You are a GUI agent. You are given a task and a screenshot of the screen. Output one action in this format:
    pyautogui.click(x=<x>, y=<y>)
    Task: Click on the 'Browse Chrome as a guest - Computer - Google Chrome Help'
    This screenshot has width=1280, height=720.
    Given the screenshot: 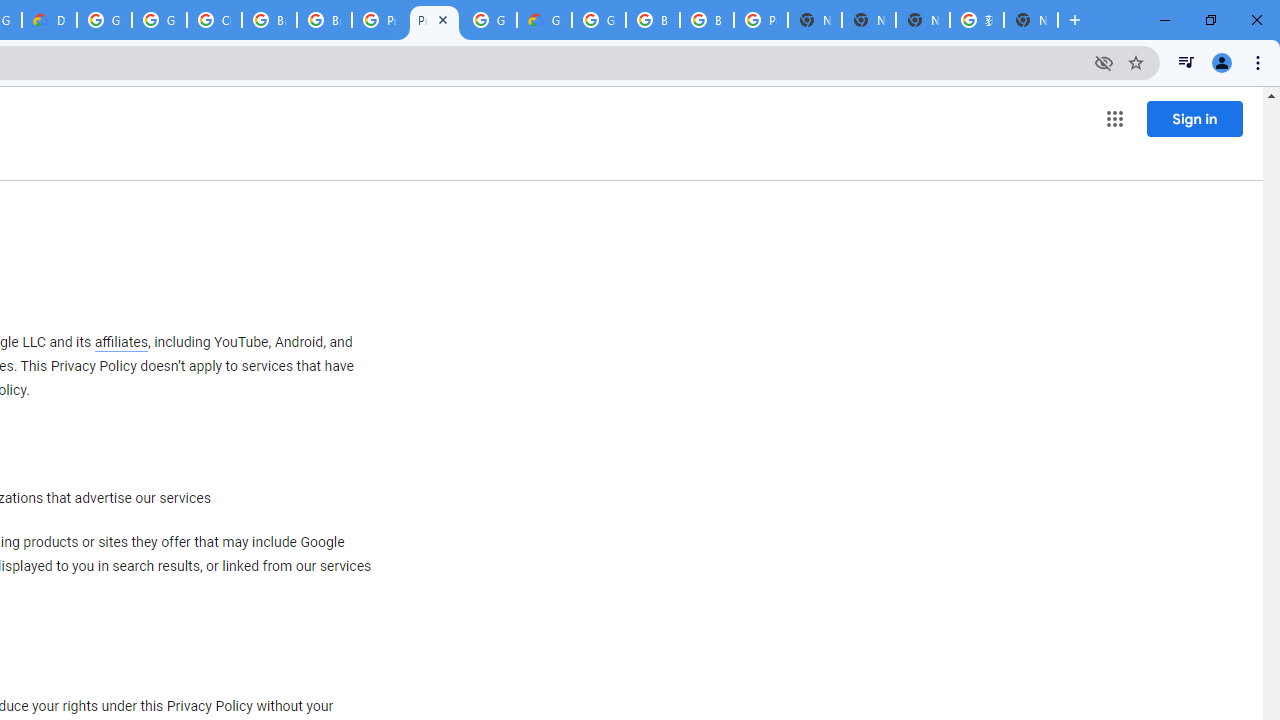 What is the action you would take?
    pyautogui.click(x=268, y=20)
    